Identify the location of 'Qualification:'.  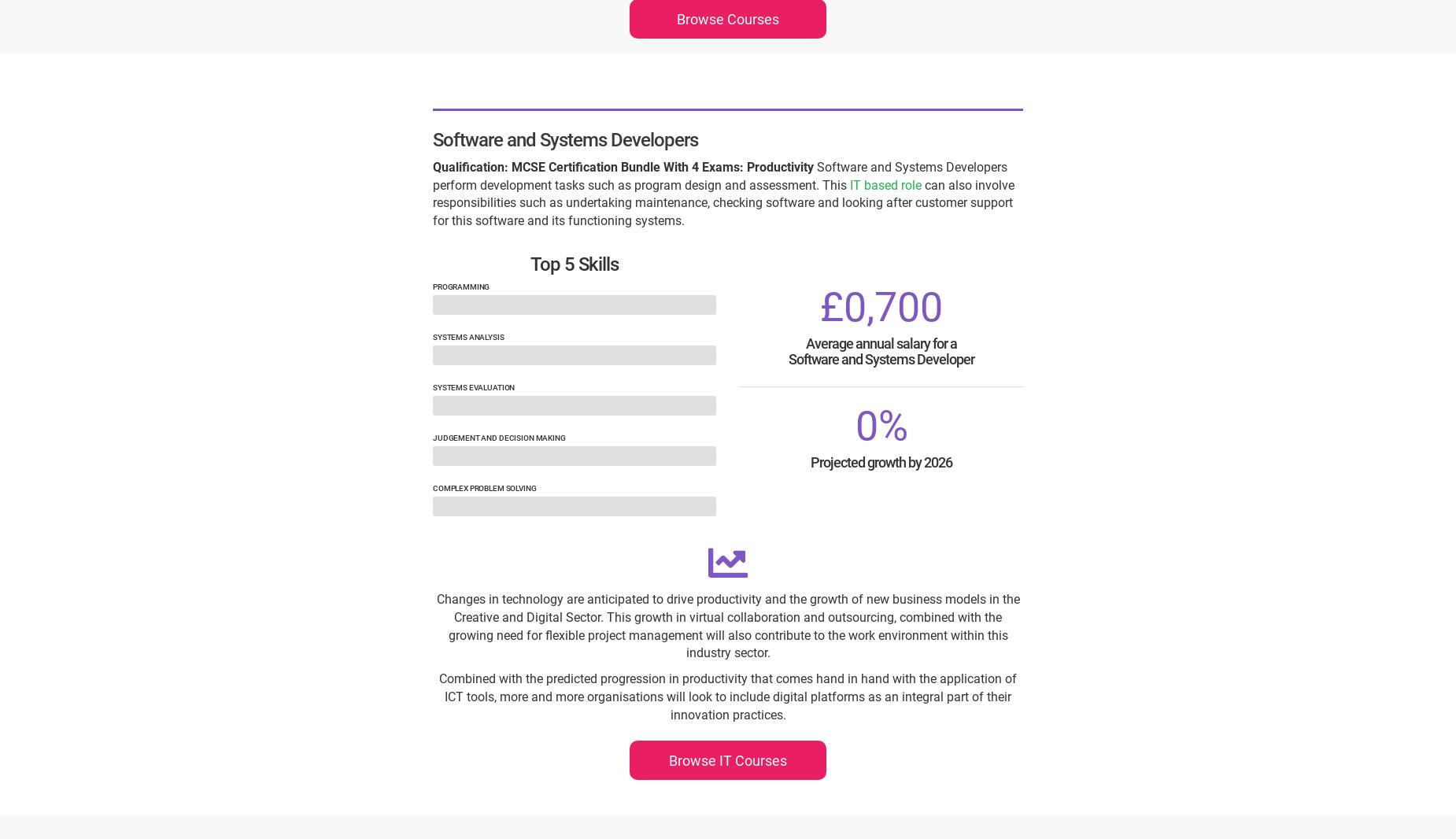
(470, 165).